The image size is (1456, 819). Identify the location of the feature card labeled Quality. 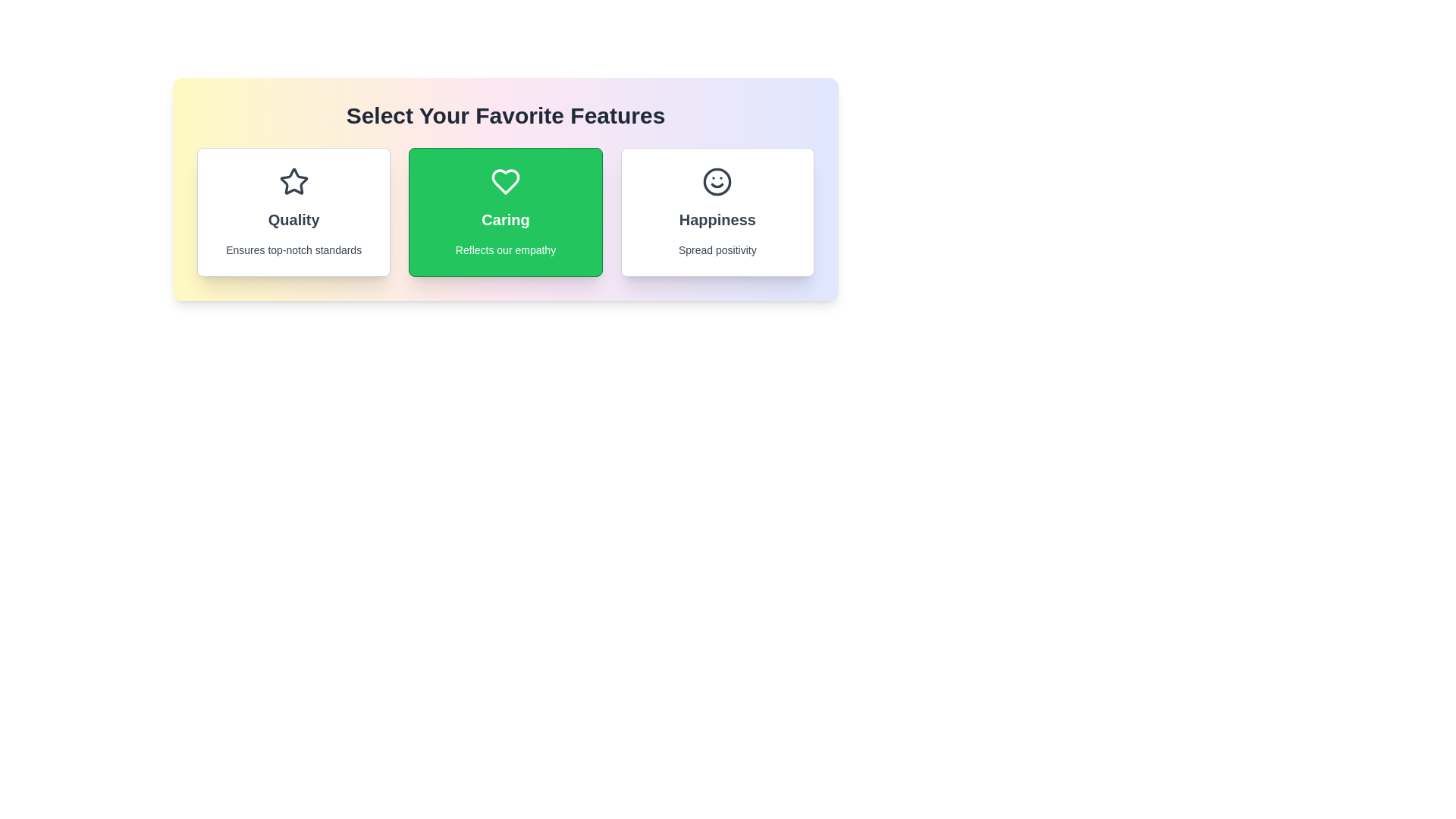
(293, 212).